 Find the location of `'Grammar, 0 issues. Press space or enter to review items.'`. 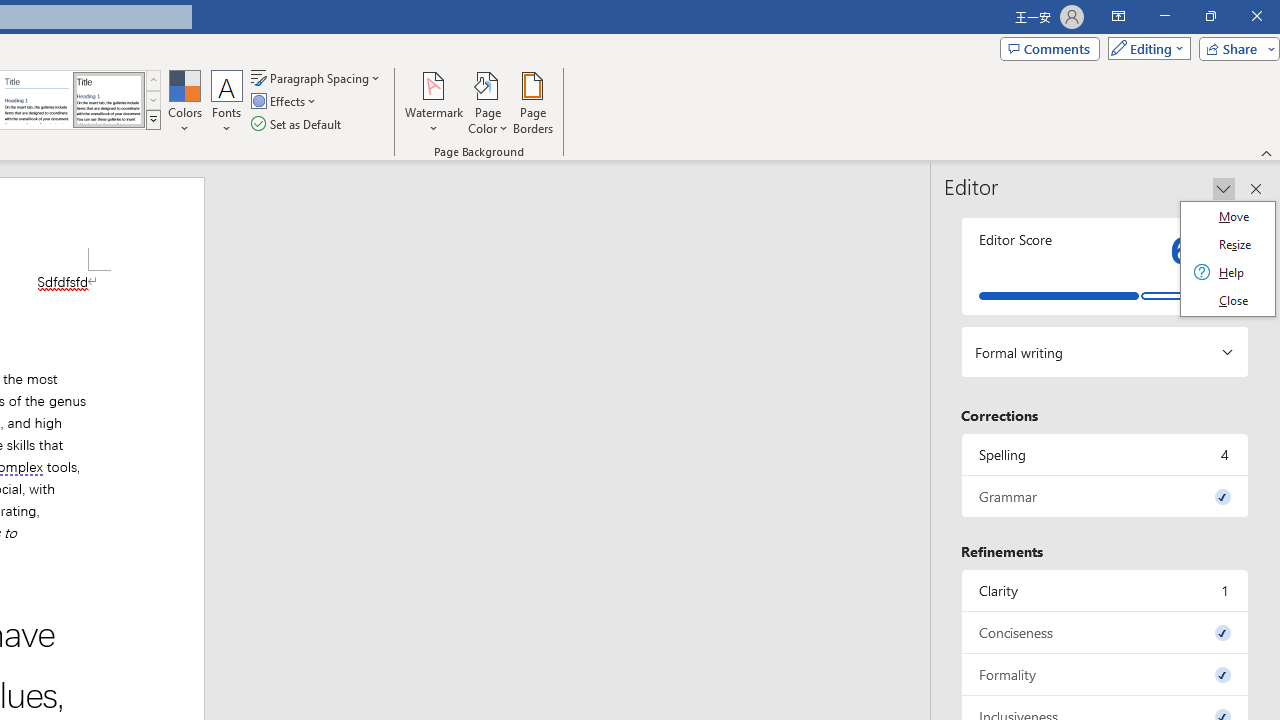

'Grammar, 0 issues. Press space or enter to review items.' is located at coordinates (1104, 495).